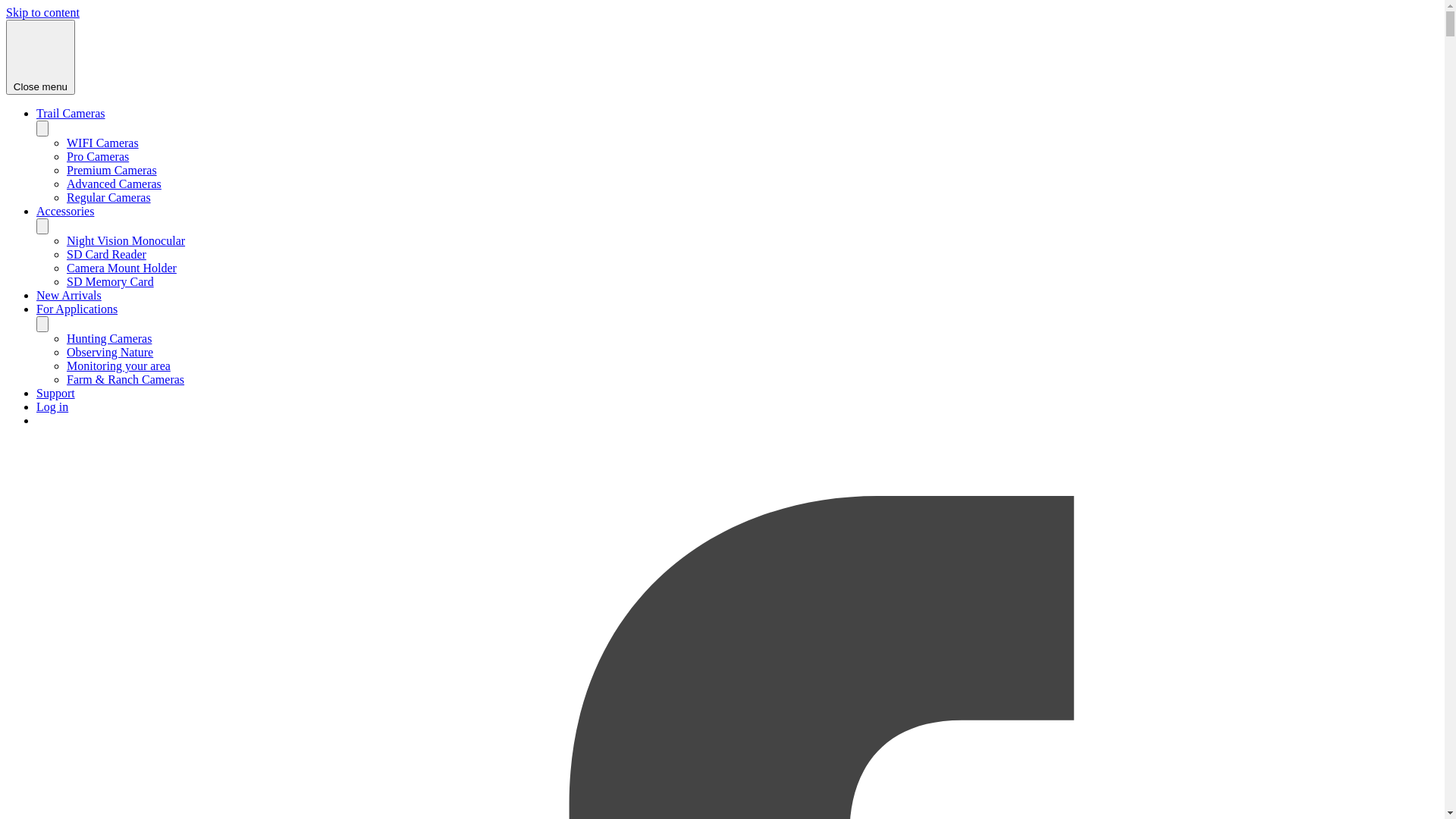  What do you see at coordinates (105, 253) in the screenshot?
I see `'SD Card Reader'` at bounding box center [105, 253].